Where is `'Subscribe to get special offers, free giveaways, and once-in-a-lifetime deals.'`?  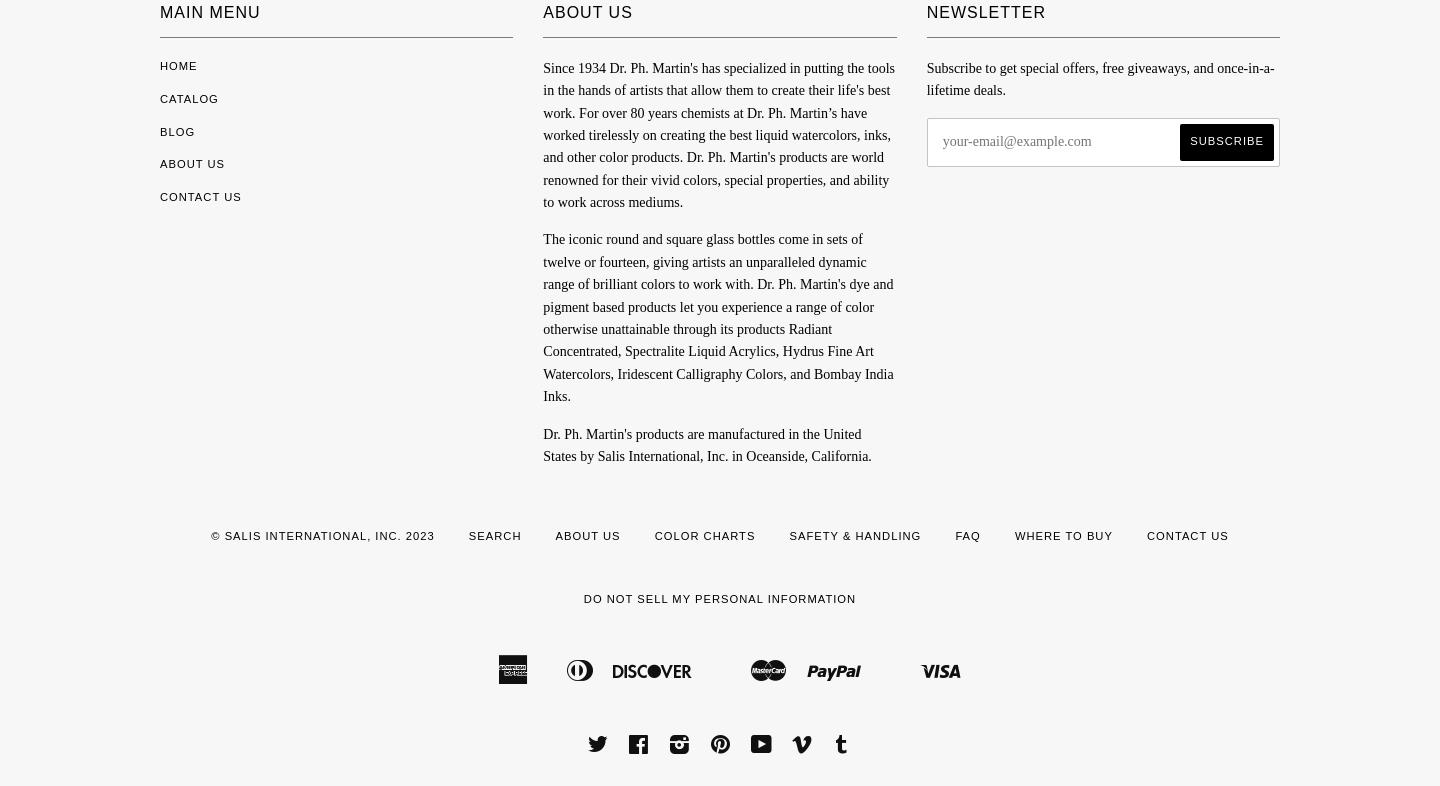
'Subscribe to get special offers, free giveaways, and once-in-a-lifetime deals.' is located at coordinates (1099, 77).